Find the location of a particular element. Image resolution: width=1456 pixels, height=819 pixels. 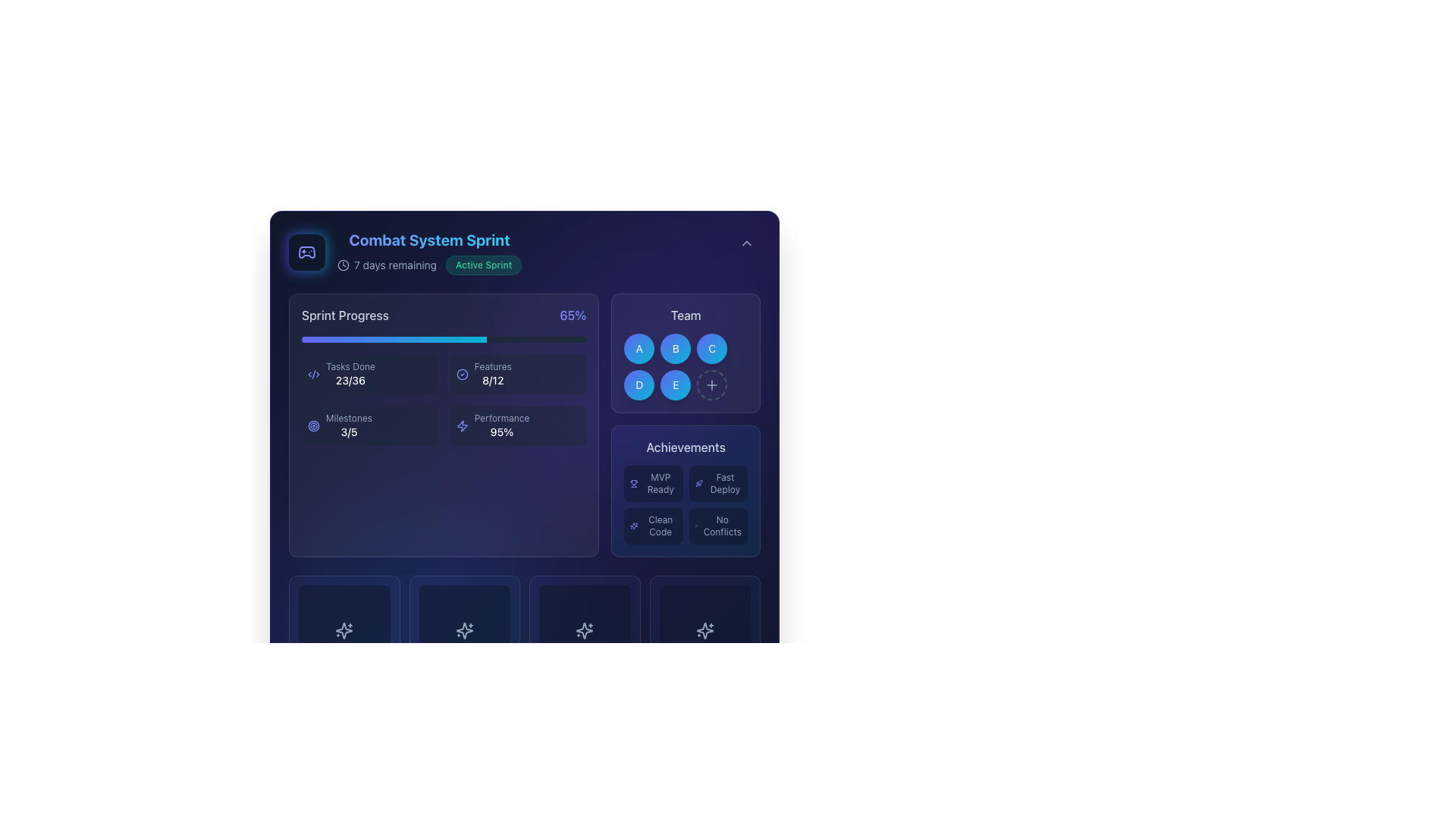

the Text Display that shows progress towards a milestone, located in the Sprint Progress section, below 'Tasks Done' is located at coordinates (348, 426).